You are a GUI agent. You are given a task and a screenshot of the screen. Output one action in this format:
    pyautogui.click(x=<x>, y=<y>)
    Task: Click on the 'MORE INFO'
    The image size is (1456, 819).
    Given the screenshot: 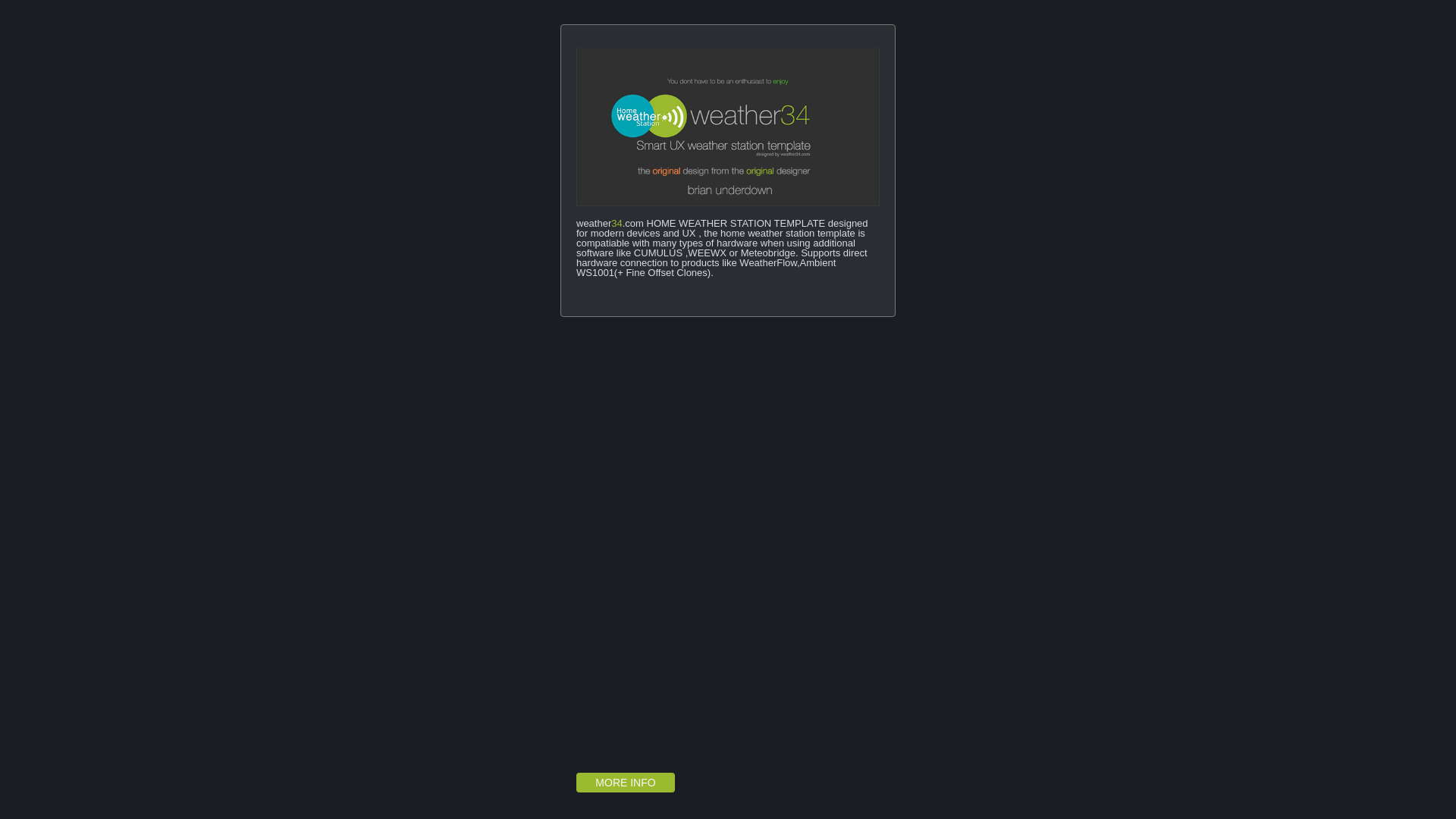 What is the action you would take?
    pyautogui.click(x=626, y=783)
    